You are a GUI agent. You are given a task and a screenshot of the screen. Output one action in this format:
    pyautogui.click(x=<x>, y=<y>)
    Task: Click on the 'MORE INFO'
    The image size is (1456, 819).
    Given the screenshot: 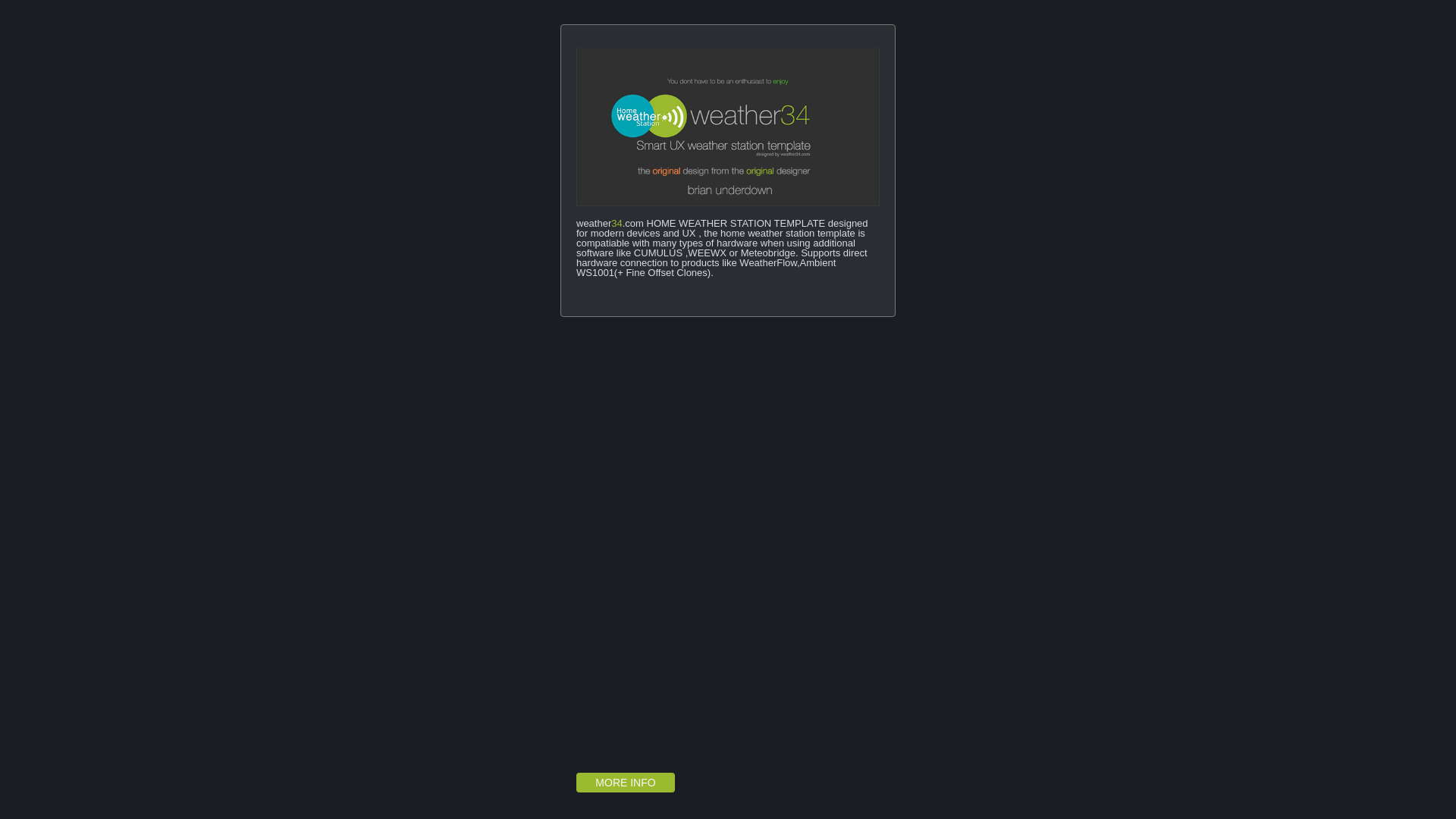 What is the action you would take?
    pyautogui.click(x=626, y=783)
    